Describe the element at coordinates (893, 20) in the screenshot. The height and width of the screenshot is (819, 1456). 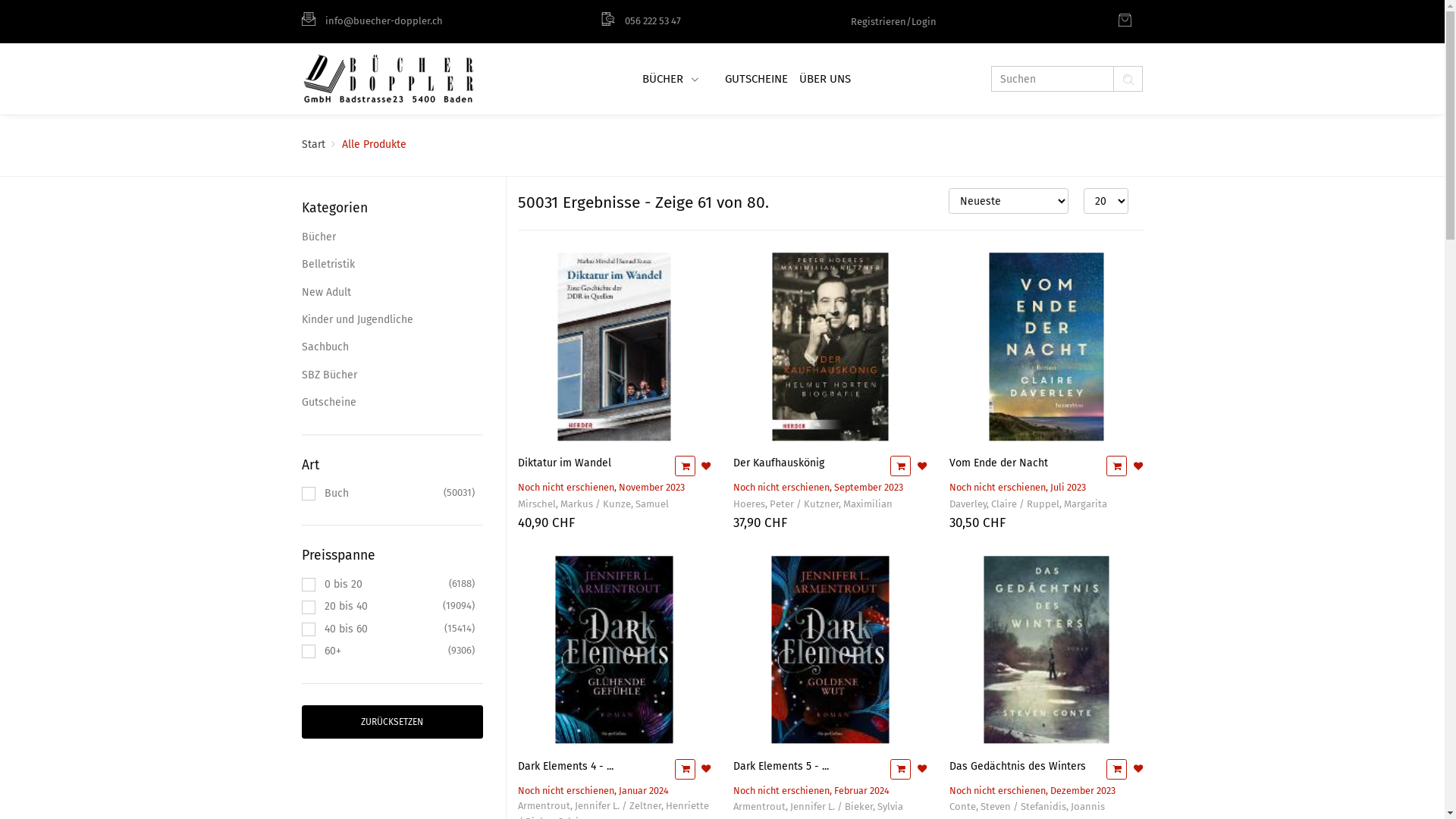
I see `'Registrieren/Login'` at that location.